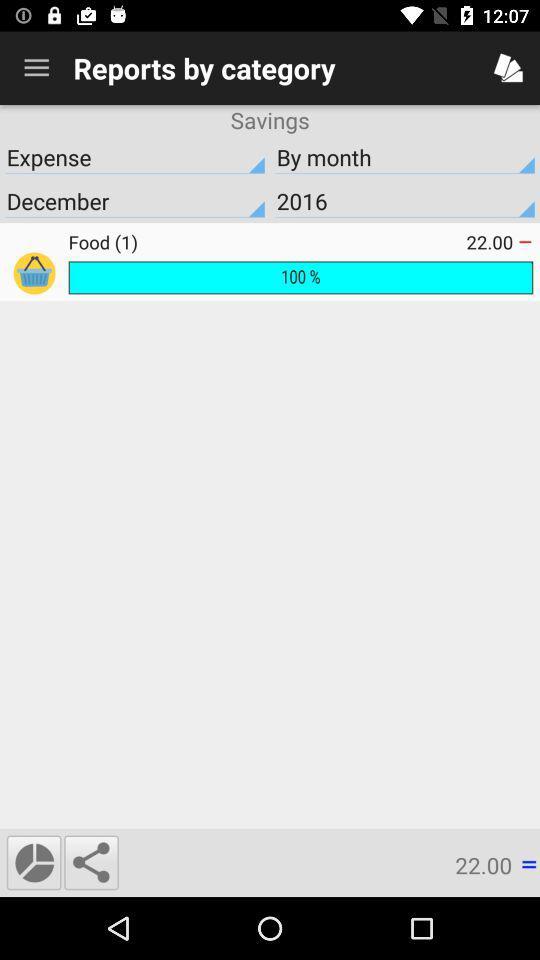  What do you see at coordinates (90, 861) in the screenshot?
I see `the share icon` at bounding box center [90, 861].